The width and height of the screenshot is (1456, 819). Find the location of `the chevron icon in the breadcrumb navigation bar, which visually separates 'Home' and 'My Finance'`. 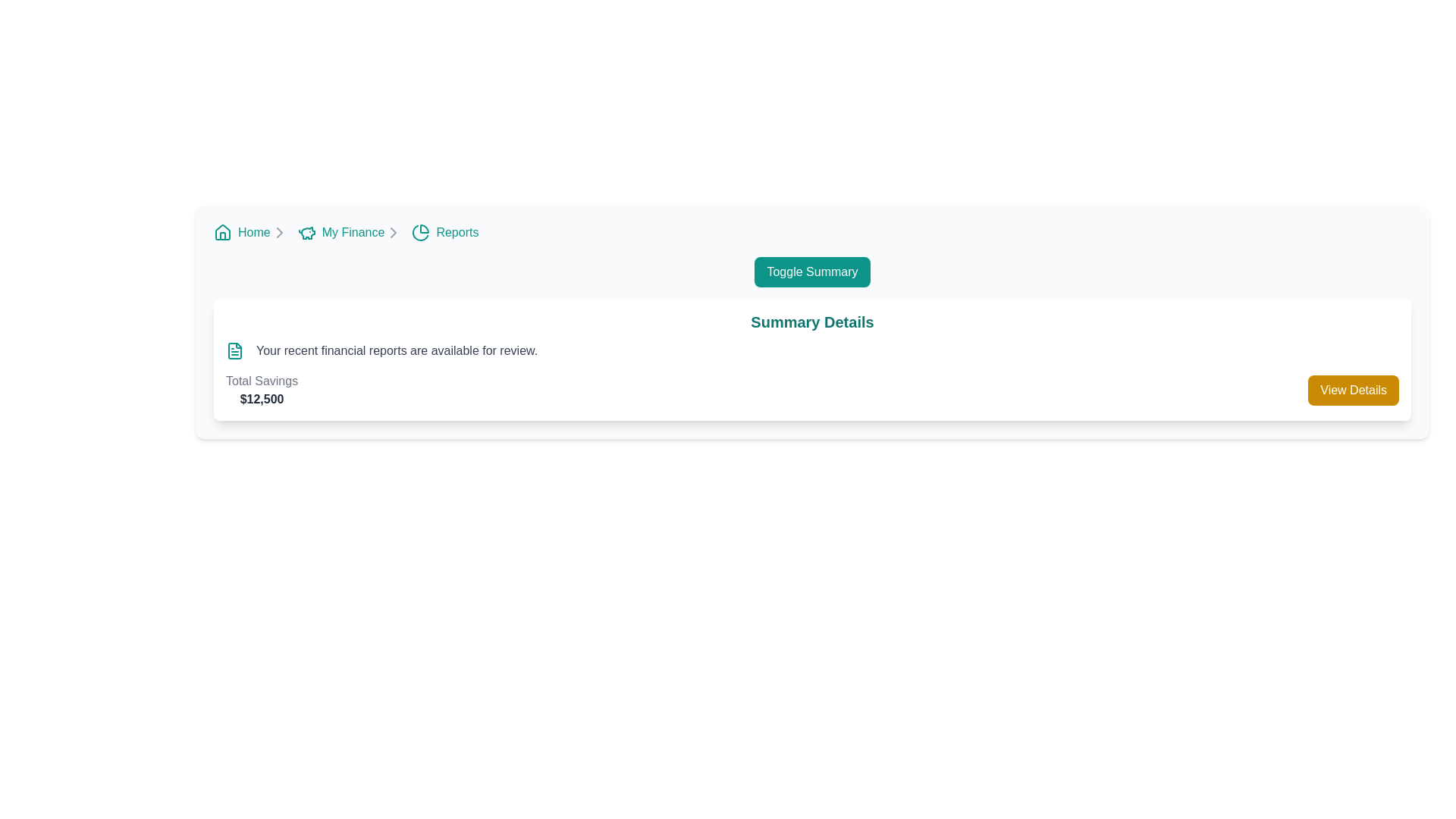

the chevron icon in the breadcrumb navigation bar, which visually separates 'Home' and 'My Finance' is located at coordinates (394, 233).